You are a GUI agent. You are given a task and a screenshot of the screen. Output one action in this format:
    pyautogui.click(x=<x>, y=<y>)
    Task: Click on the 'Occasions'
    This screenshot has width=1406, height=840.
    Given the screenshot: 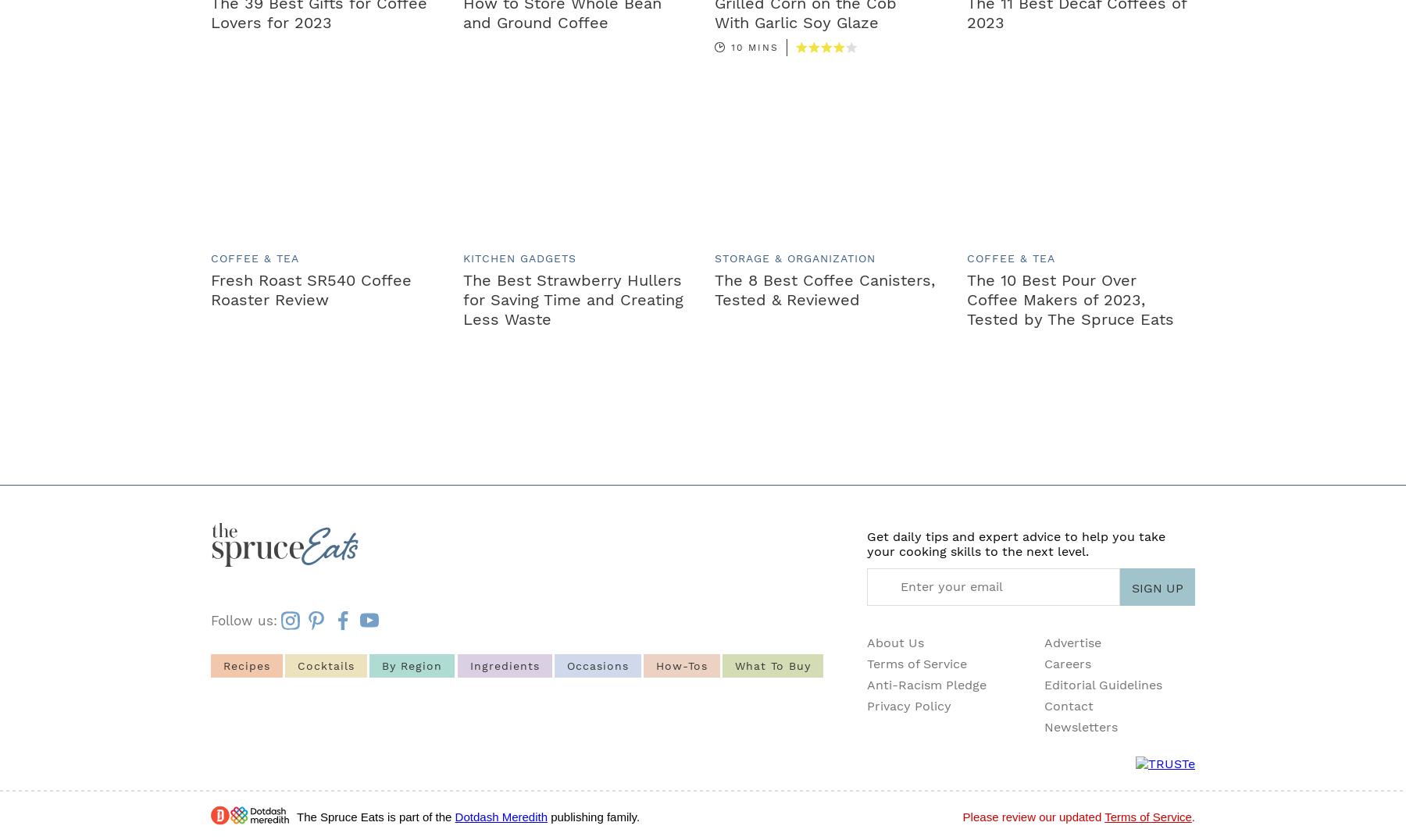 What is the action you would take?
    pyautogui.click(x=596, y=664)
    